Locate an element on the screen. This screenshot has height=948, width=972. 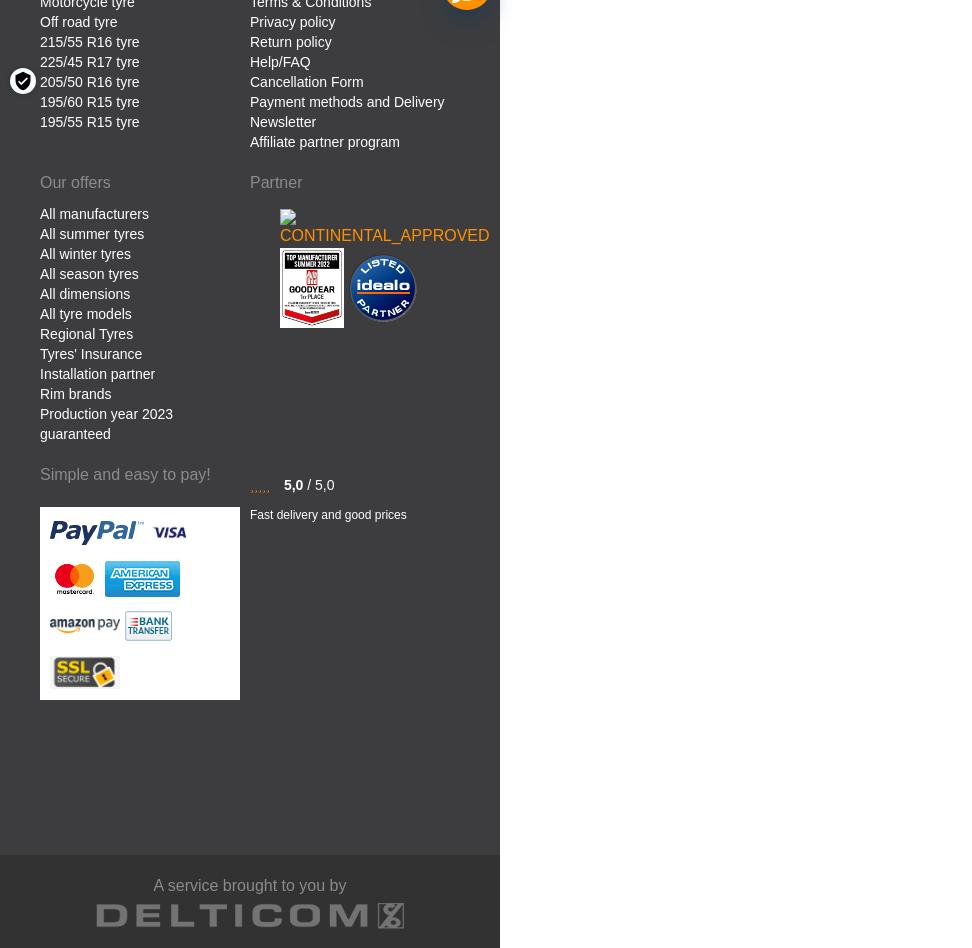
'Return policy' is located at coordinates (290, 40).